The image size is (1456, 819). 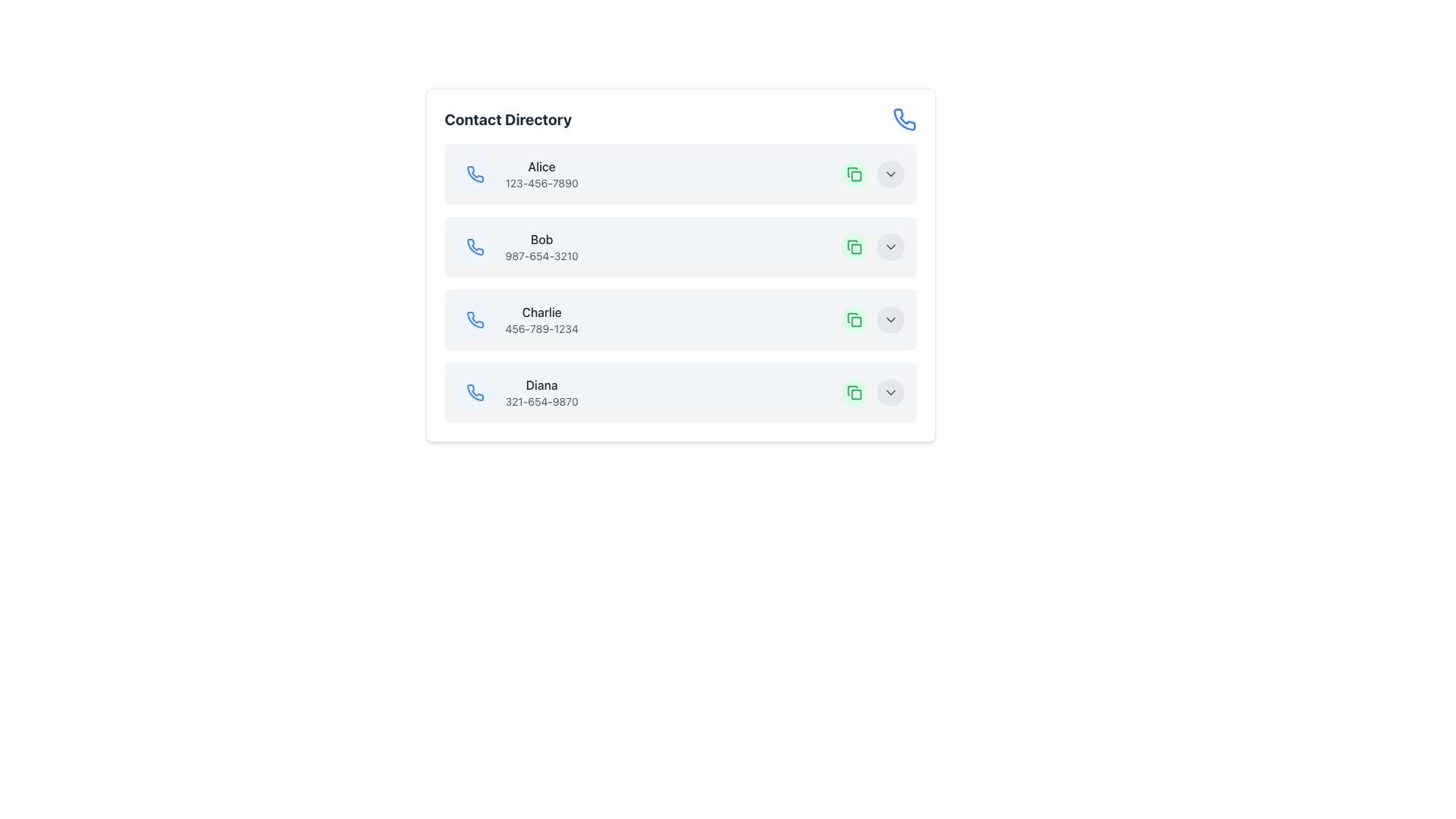 What do you see at coordinates (852, 390) in the screenshot?
I see `the 'Copy' icon located to the right of the phone number in the 'Contact Directory' list` at bounding box center [852, 390].